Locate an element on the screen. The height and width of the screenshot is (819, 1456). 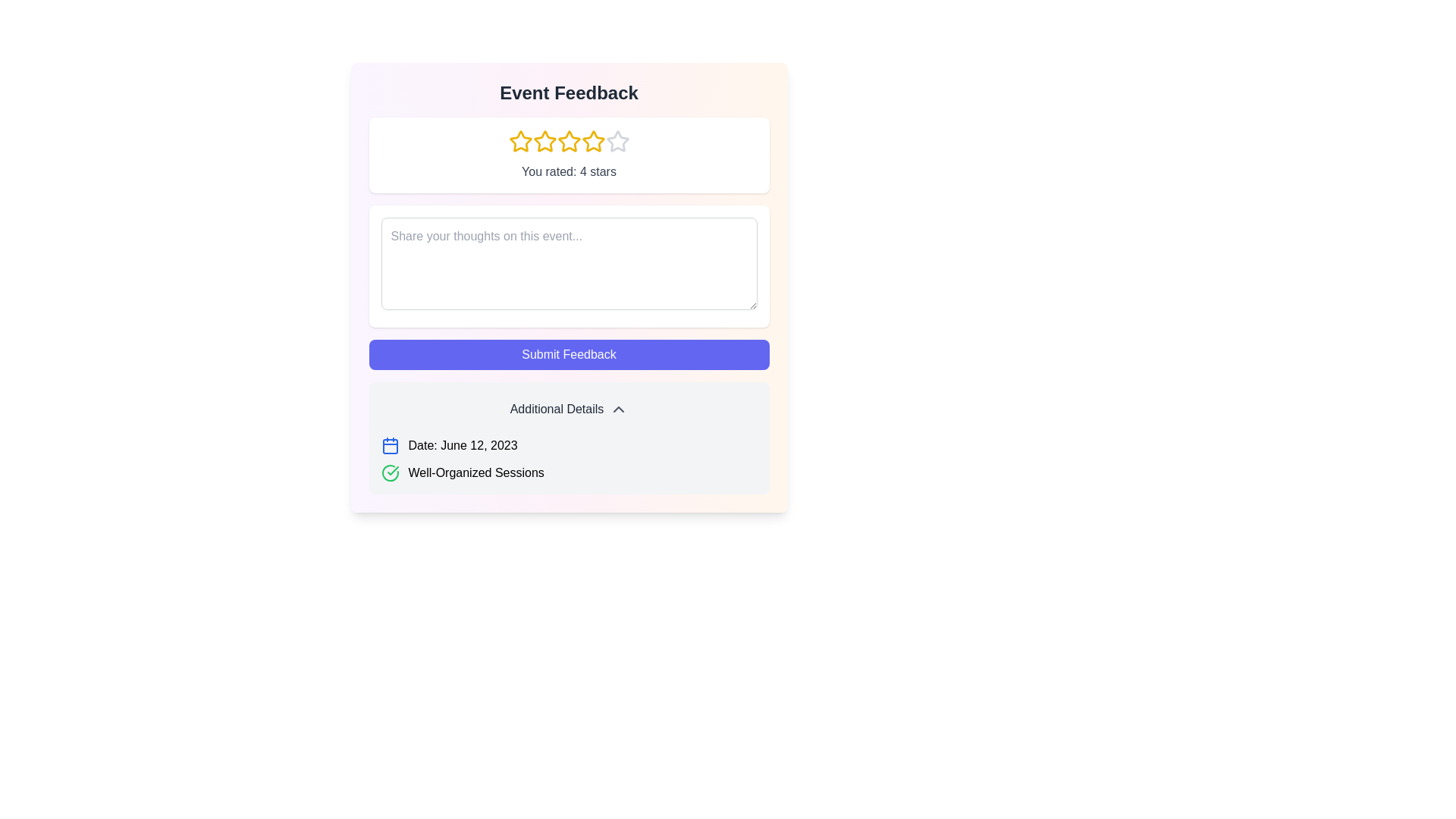
the informational text label located in the lower section of the interface, specifically in the 'Additional Details' section, to the right of a green checkmark icon and below a date label is located at coordinates (475, 472).